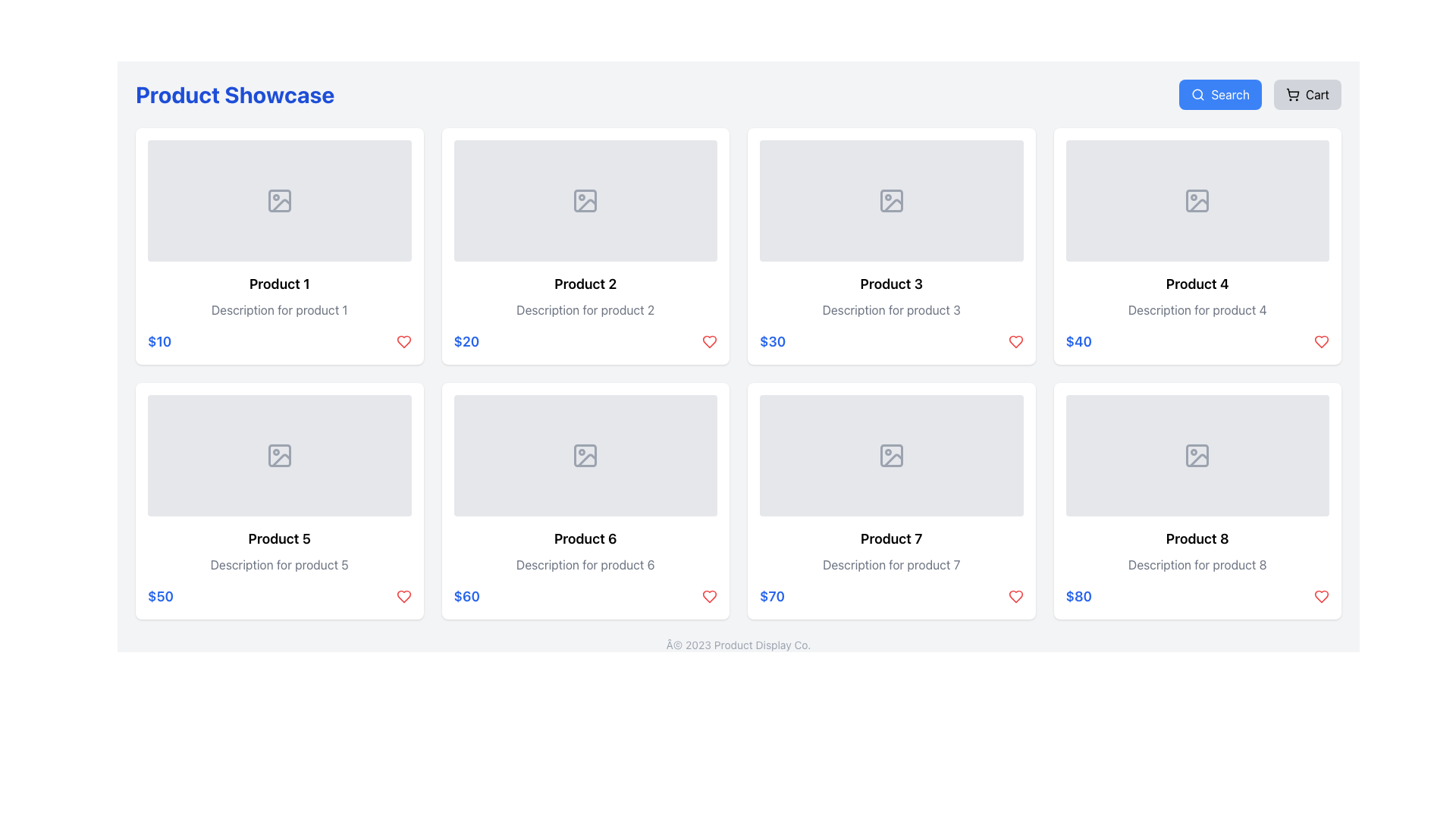 The height and width of the screenshot is (819, 1456). I want to click on the missing image icon in the card for 'Product 4', which is represented by a gray icon with geometric shapes and a diagonal line indicating a missing image, so click(1198, 206).